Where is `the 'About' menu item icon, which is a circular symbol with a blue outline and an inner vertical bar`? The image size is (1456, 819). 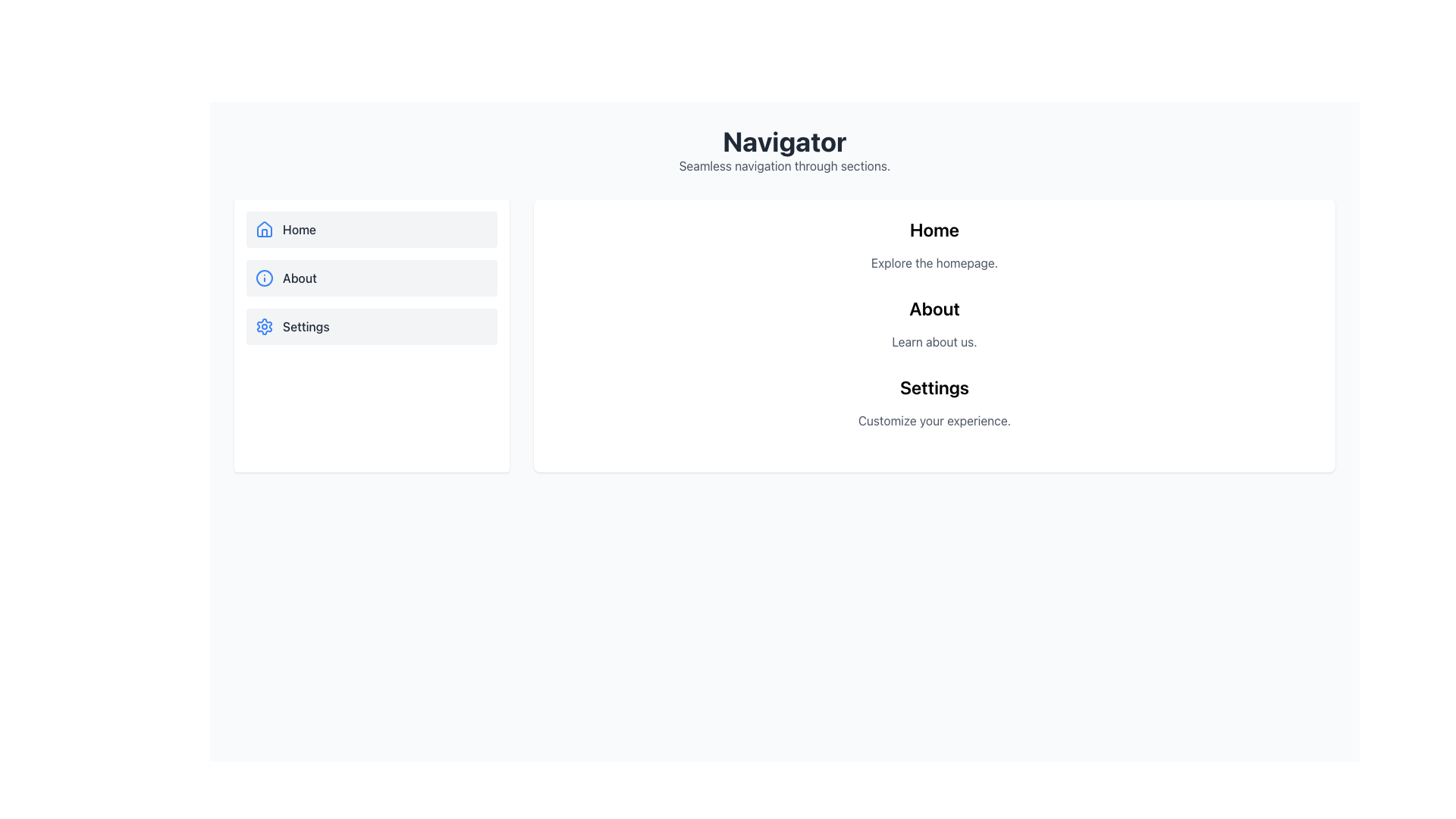 the 'About' menu item icon, which is a circular symbol with a blue outline and an inner vertical bar is located at coordinates (265, 278).